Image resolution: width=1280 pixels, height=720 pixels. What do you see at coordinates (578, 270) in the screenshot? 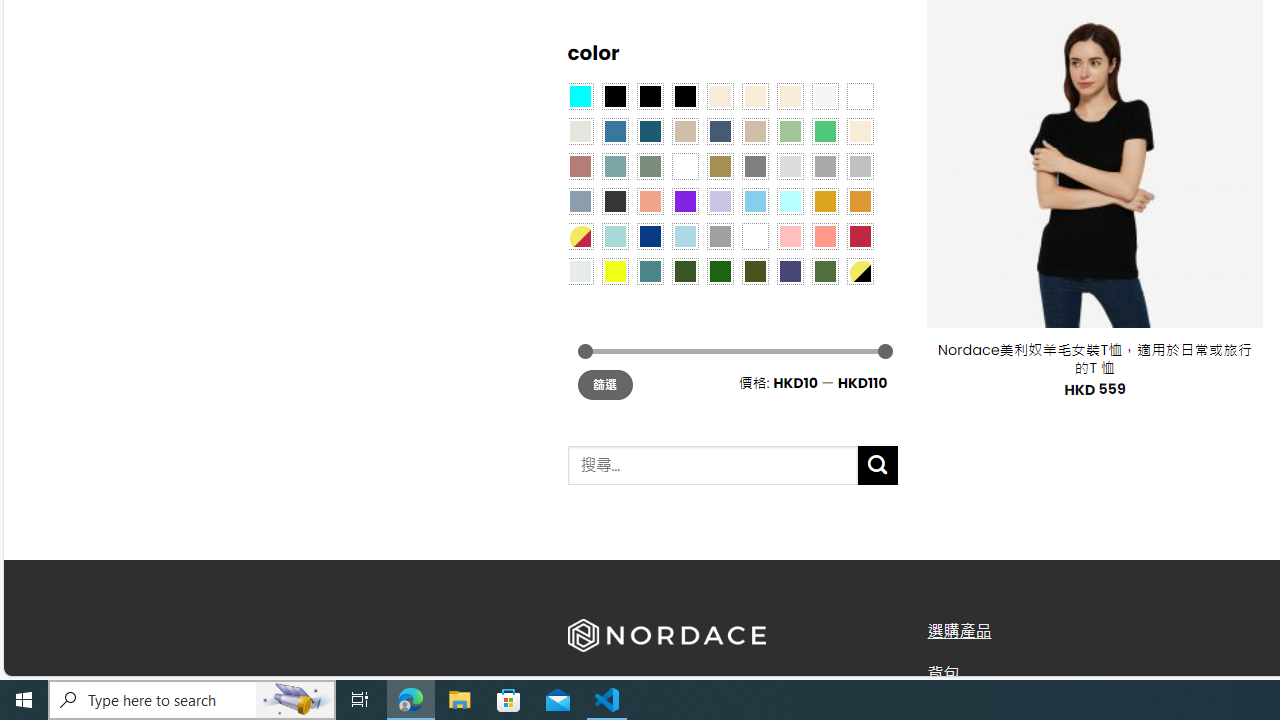
I see `'Dull Nickle'` at bounding box center [578, 270].